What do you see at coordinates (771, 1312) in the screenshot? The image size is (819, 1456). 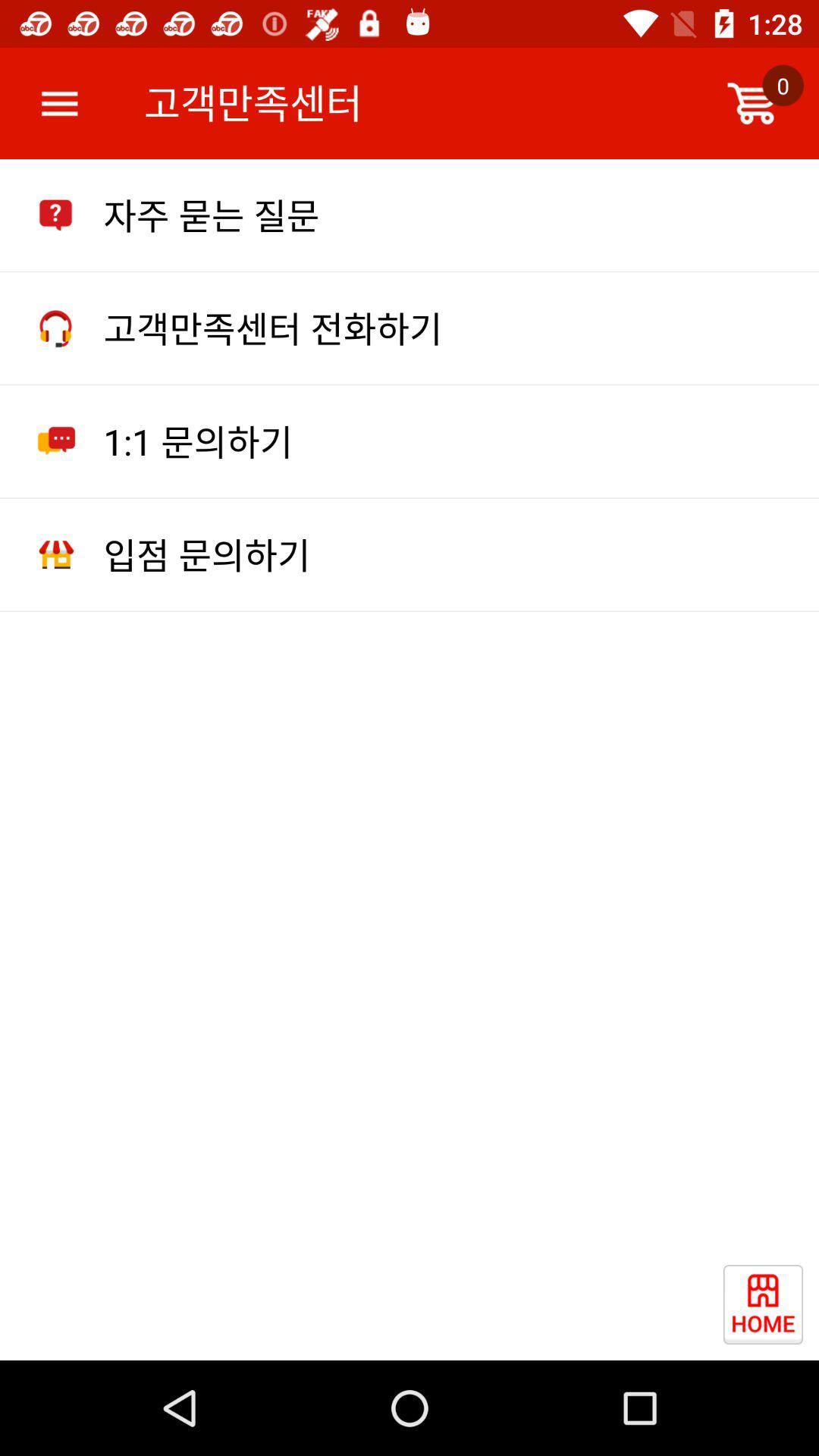 I see `item at the bottom right corner` at bounding box center [771, 1312].